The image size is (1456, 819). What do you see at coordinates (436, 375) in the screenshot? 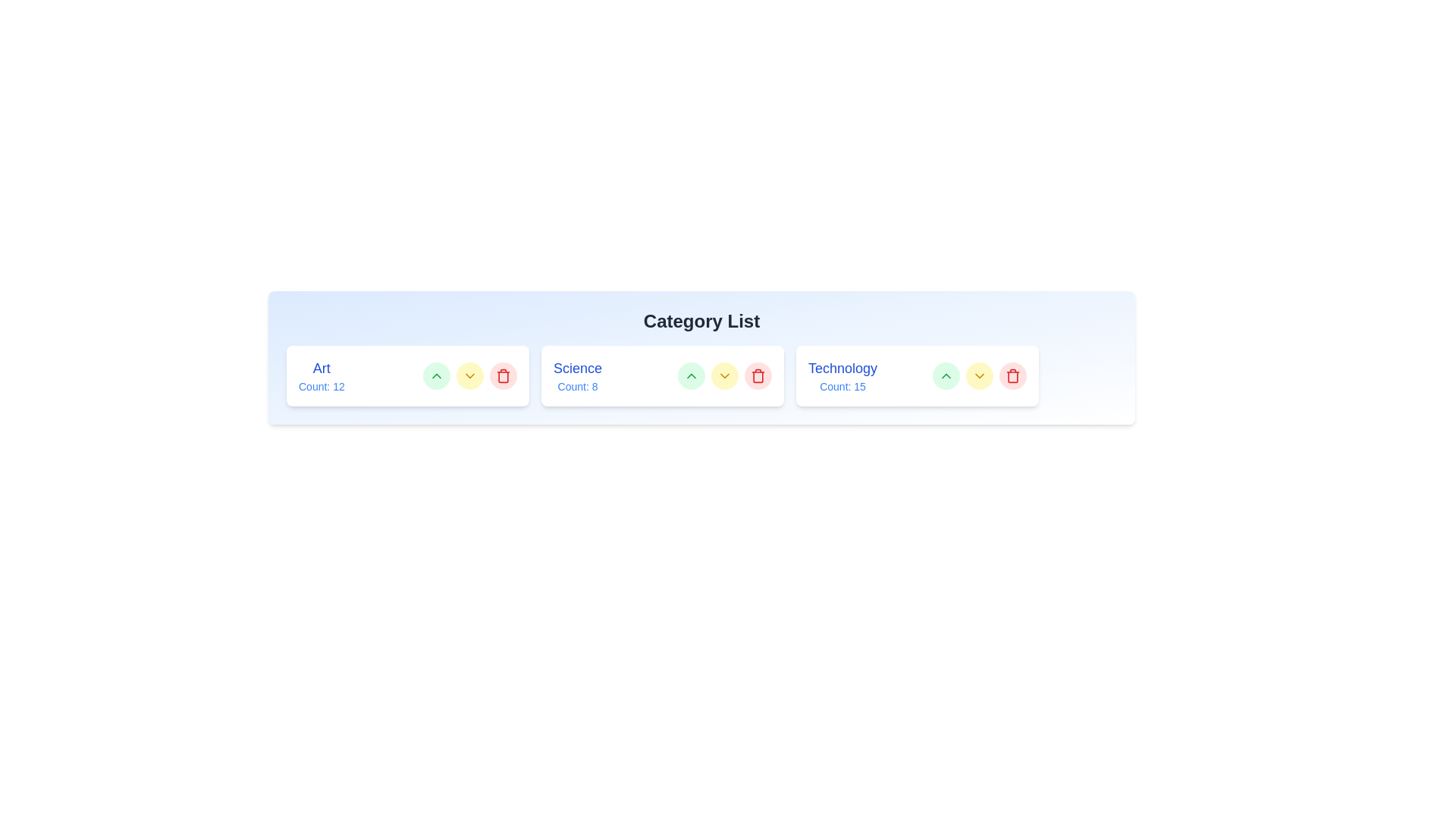
I see `the 'Chevron Up' button for the 'Art' category to increase its count` at bounding box center [436, 375].